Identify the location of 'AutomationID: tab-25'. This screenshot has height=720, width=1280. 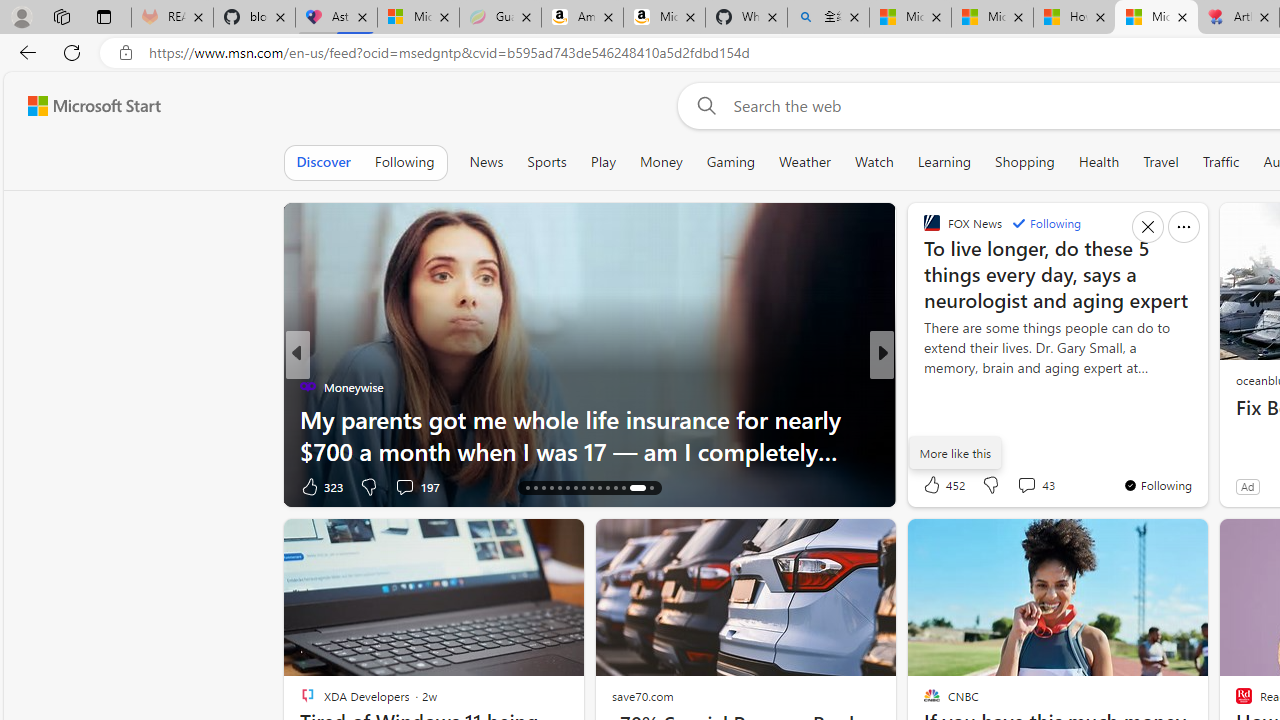
(598, 488).